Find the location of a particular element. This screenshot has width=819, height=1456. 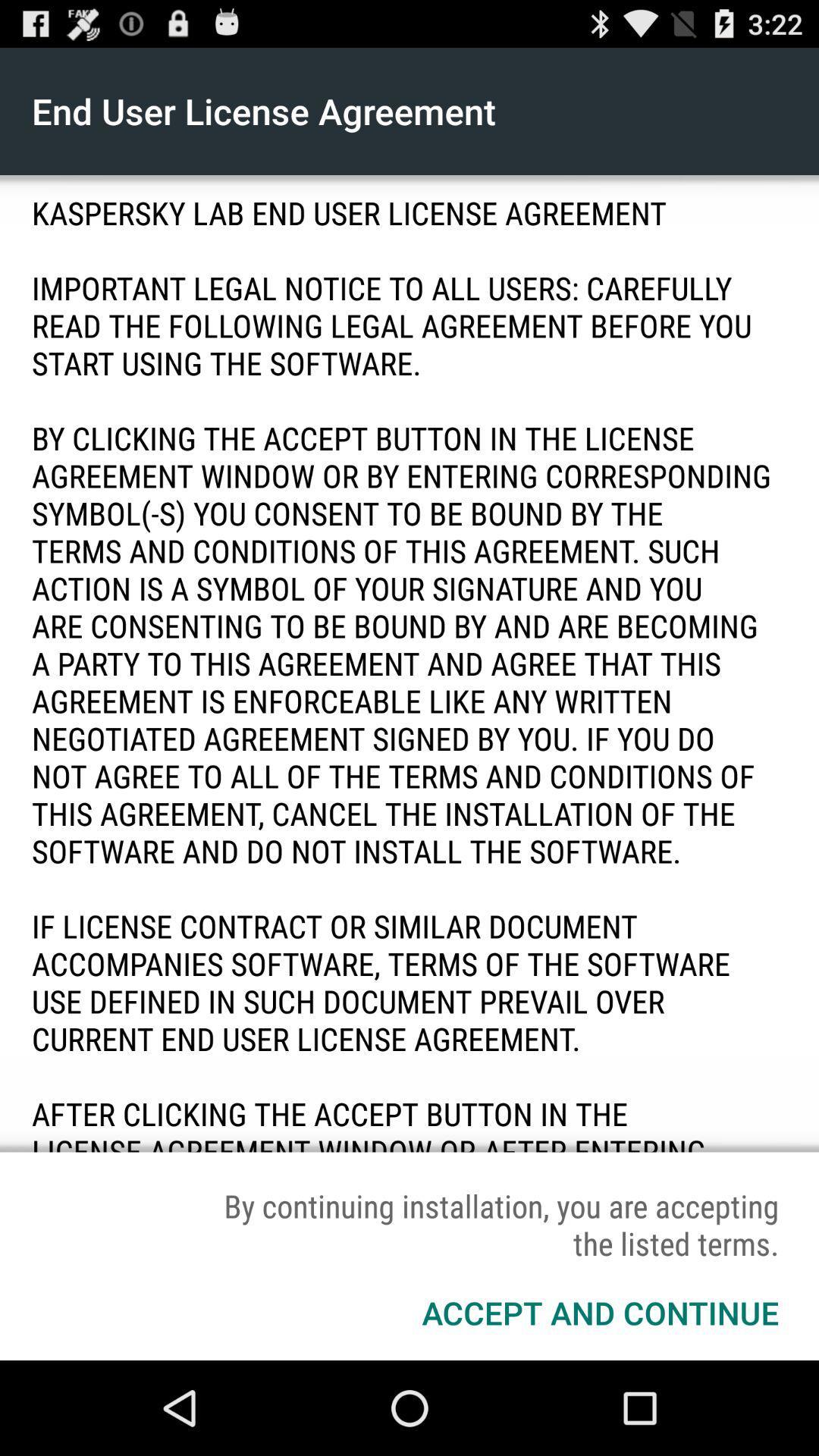

button at the bottom right corner is located at coordinates (599, 1312).